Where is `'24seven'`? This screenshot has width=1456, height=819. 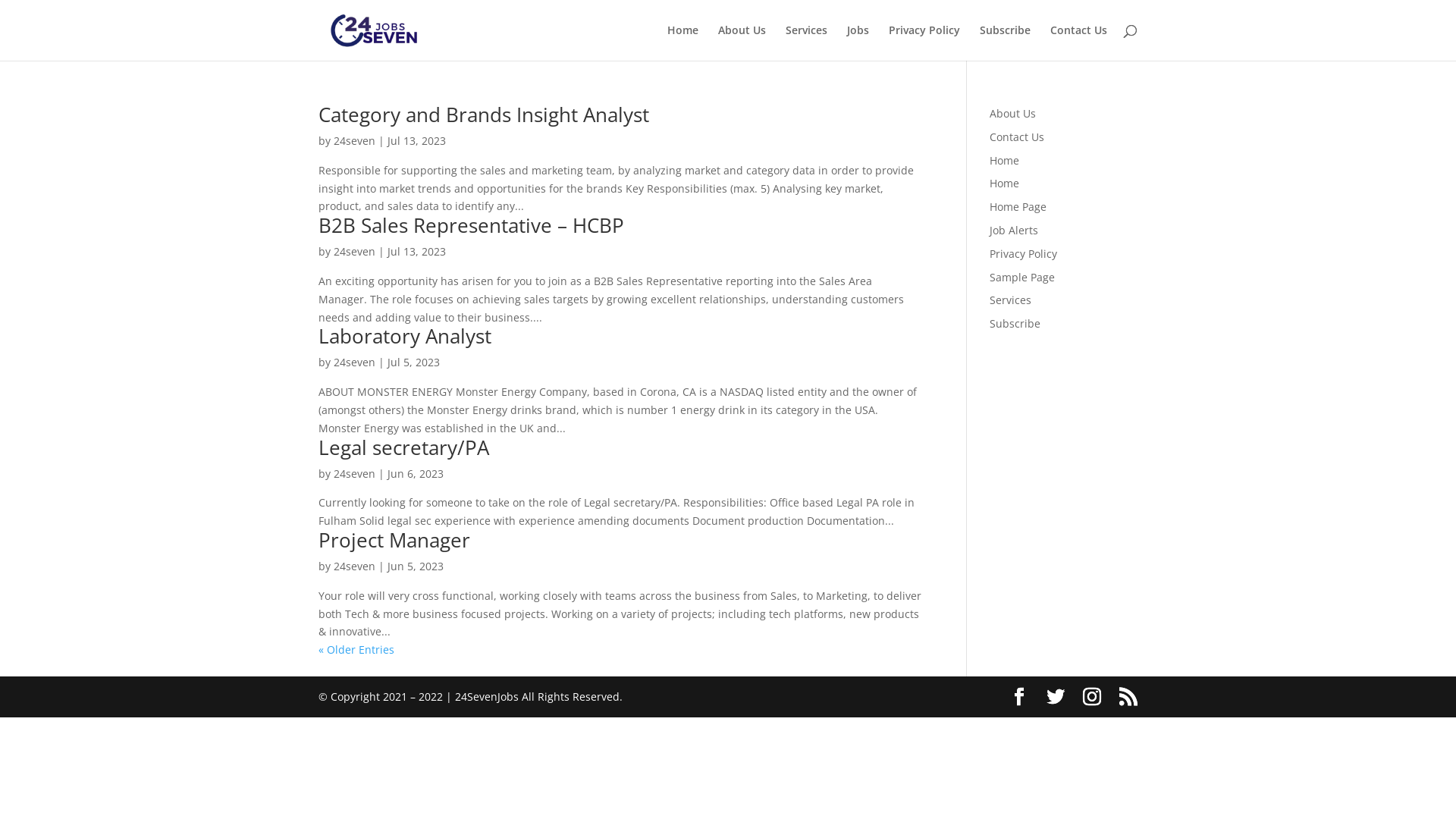
'24seven' is located at coordinates (353, 362).